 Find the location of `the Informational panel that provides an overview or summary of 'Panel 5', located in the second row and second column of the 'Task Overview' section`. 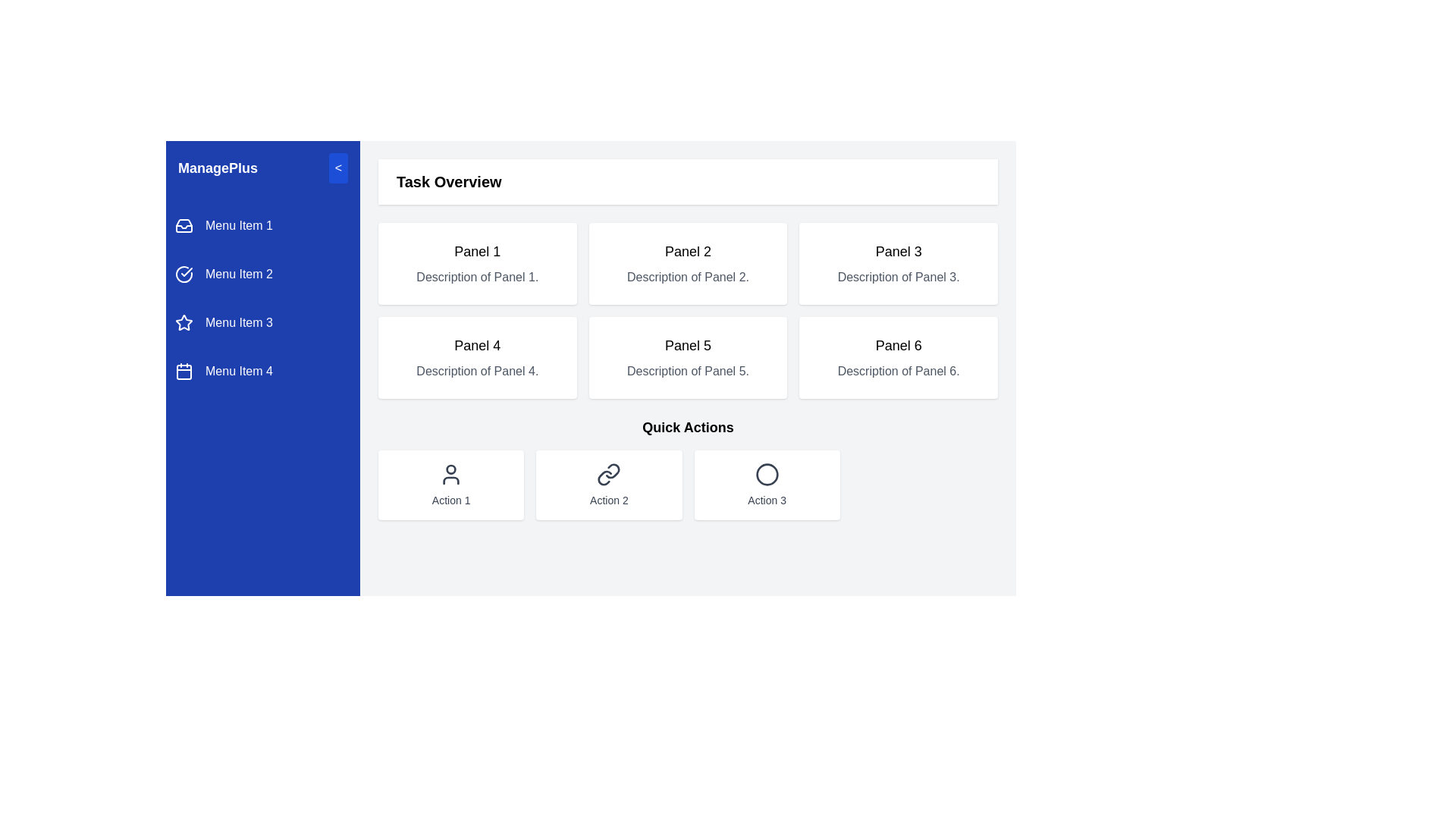

the Informational panel that provides an overview or summary of 'Panel 5', located in the second row and second column of the 'Task Overview' section is located at coordinates (687, 357).